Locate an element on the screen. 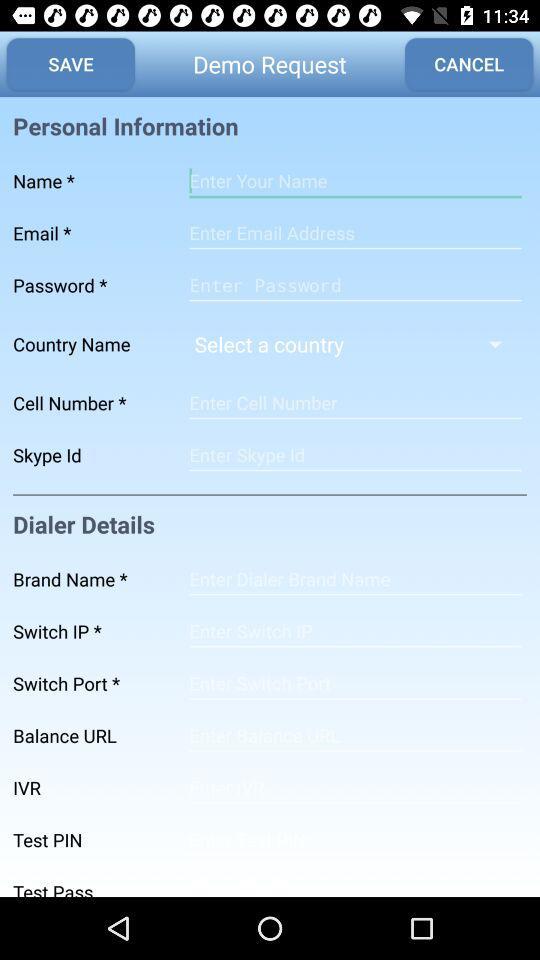 The width and height of the screenshot is (540, 960). skype id is located at coordinates (354, 455).